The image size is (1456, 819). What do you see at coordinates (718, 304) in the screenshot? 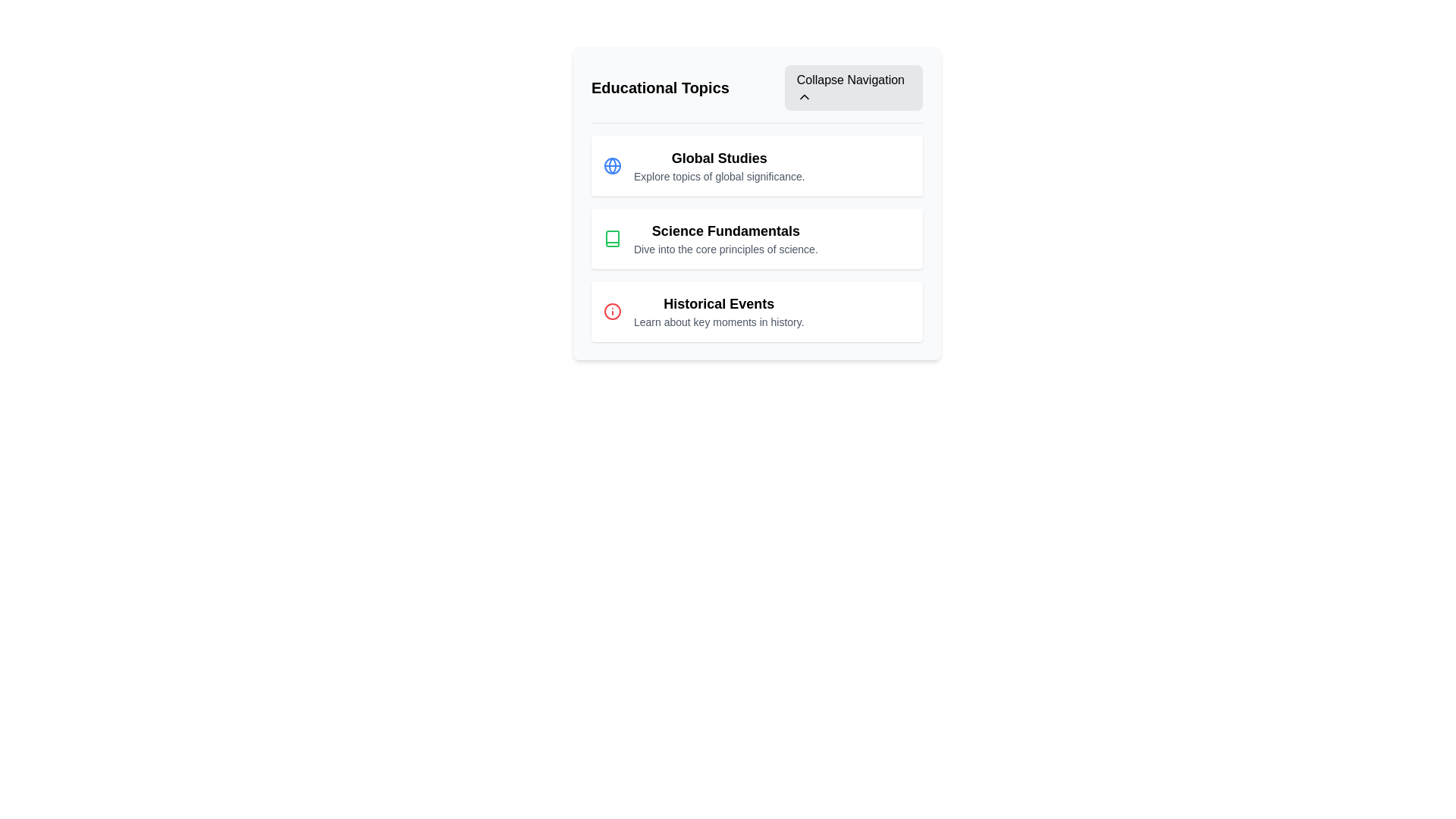
I see `the 'Historical Events' text label, which is styled in bold and semibold black font, located at the bottom of the vertical list in the 'Educational Topics' card interface` at bounding box center [718, 304].